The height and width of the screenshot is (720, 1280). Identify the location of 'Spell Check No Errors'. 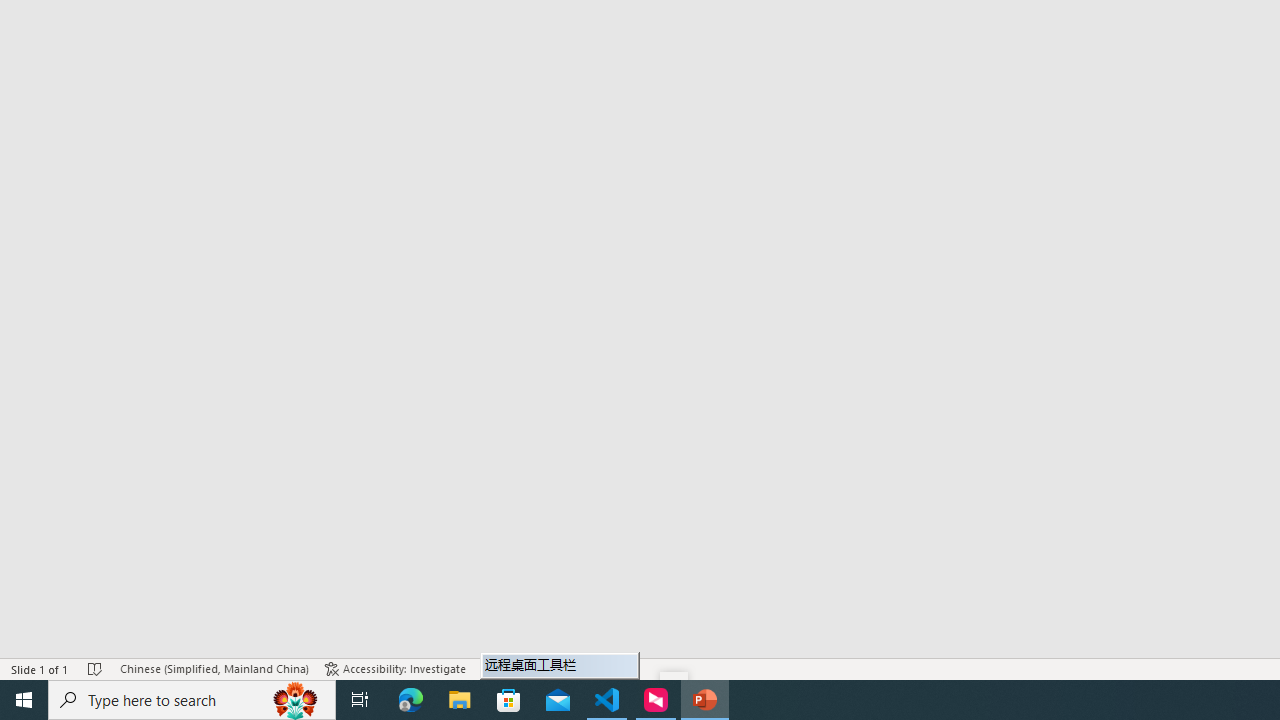
(95, 669).